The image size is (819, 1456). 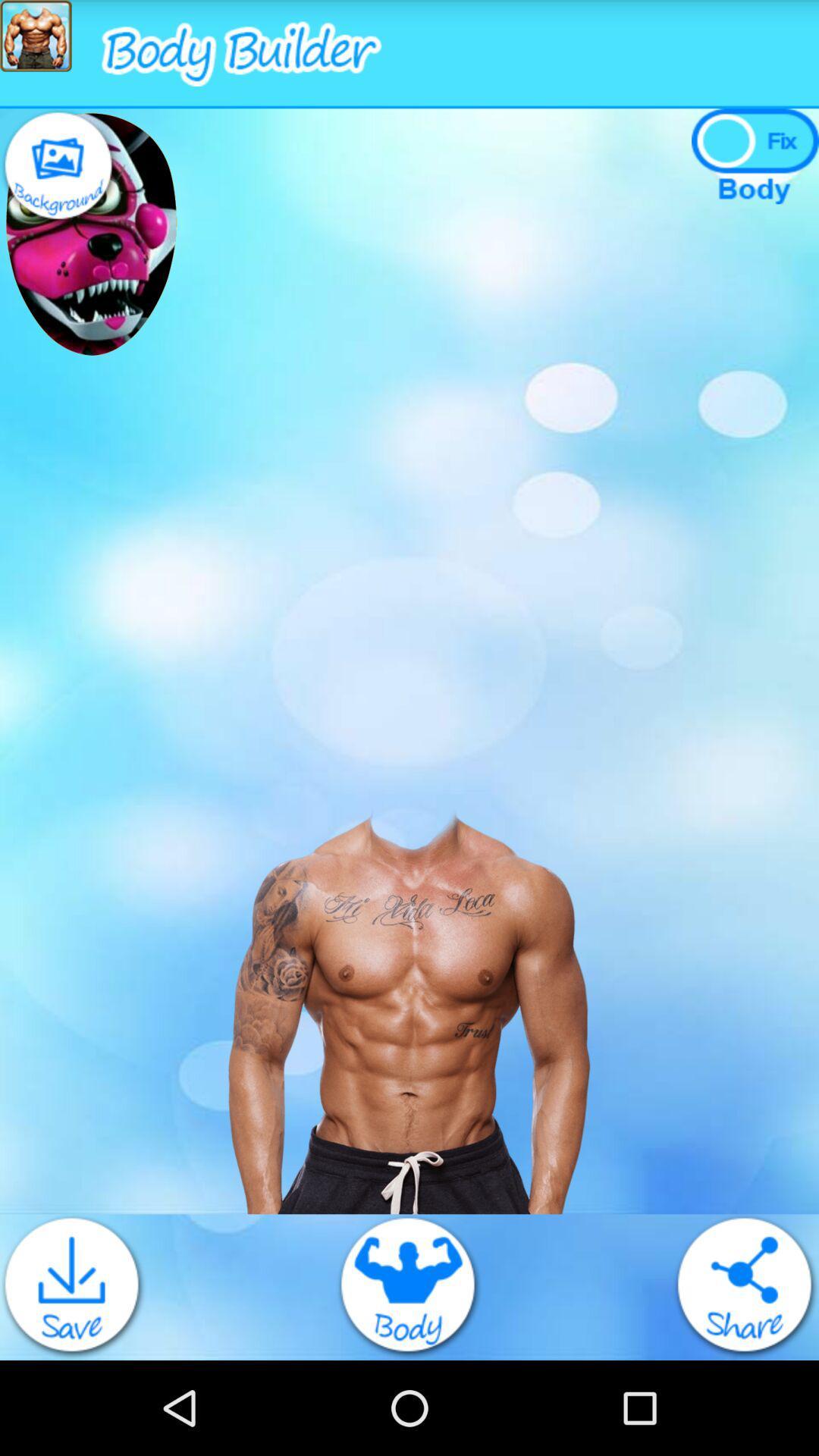 I want to click on the file_download icon, so click(x=73, y=1377).